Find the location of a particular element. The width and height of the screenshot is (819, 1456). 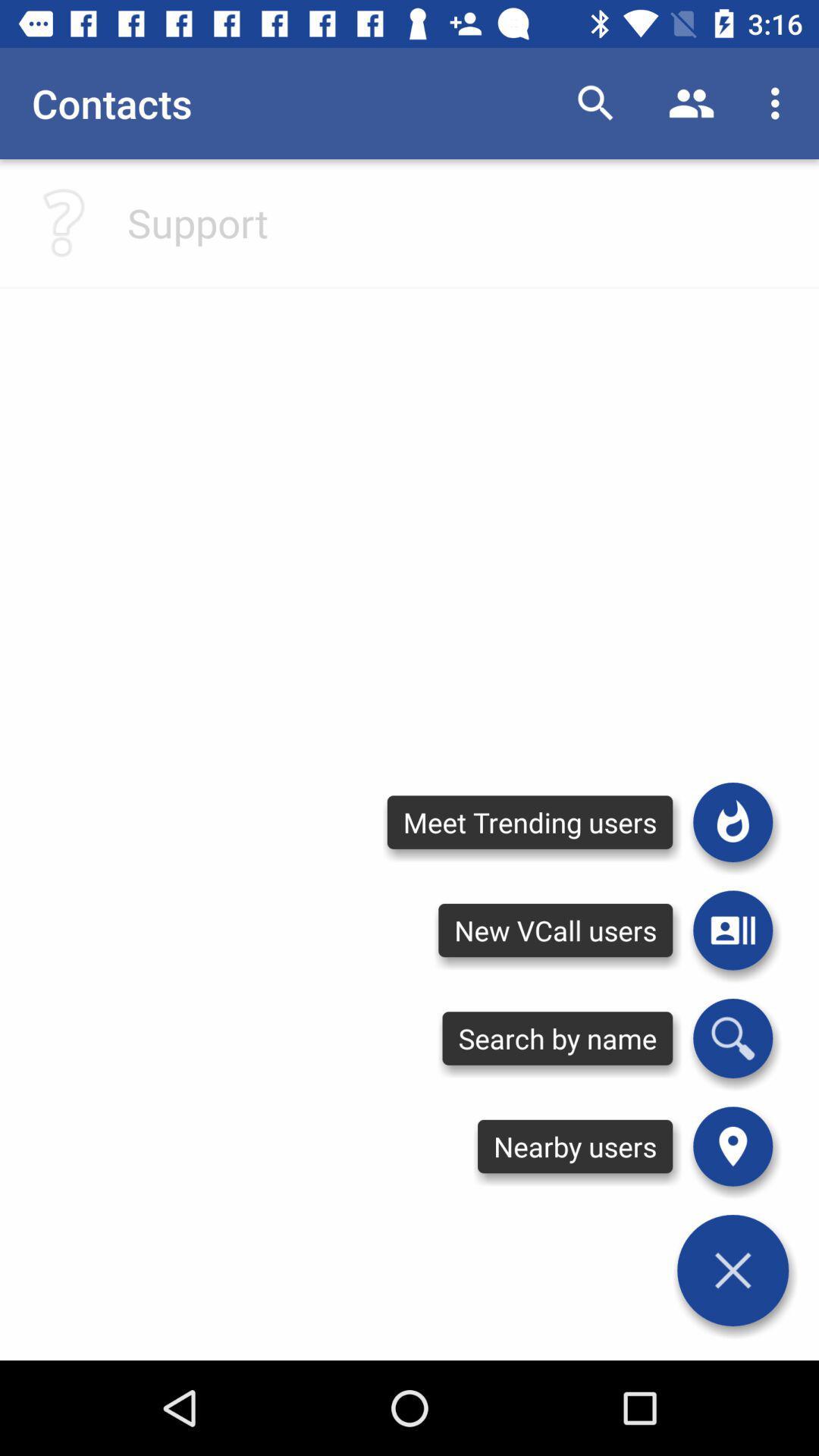

help button is located at coordinates (63, 221).